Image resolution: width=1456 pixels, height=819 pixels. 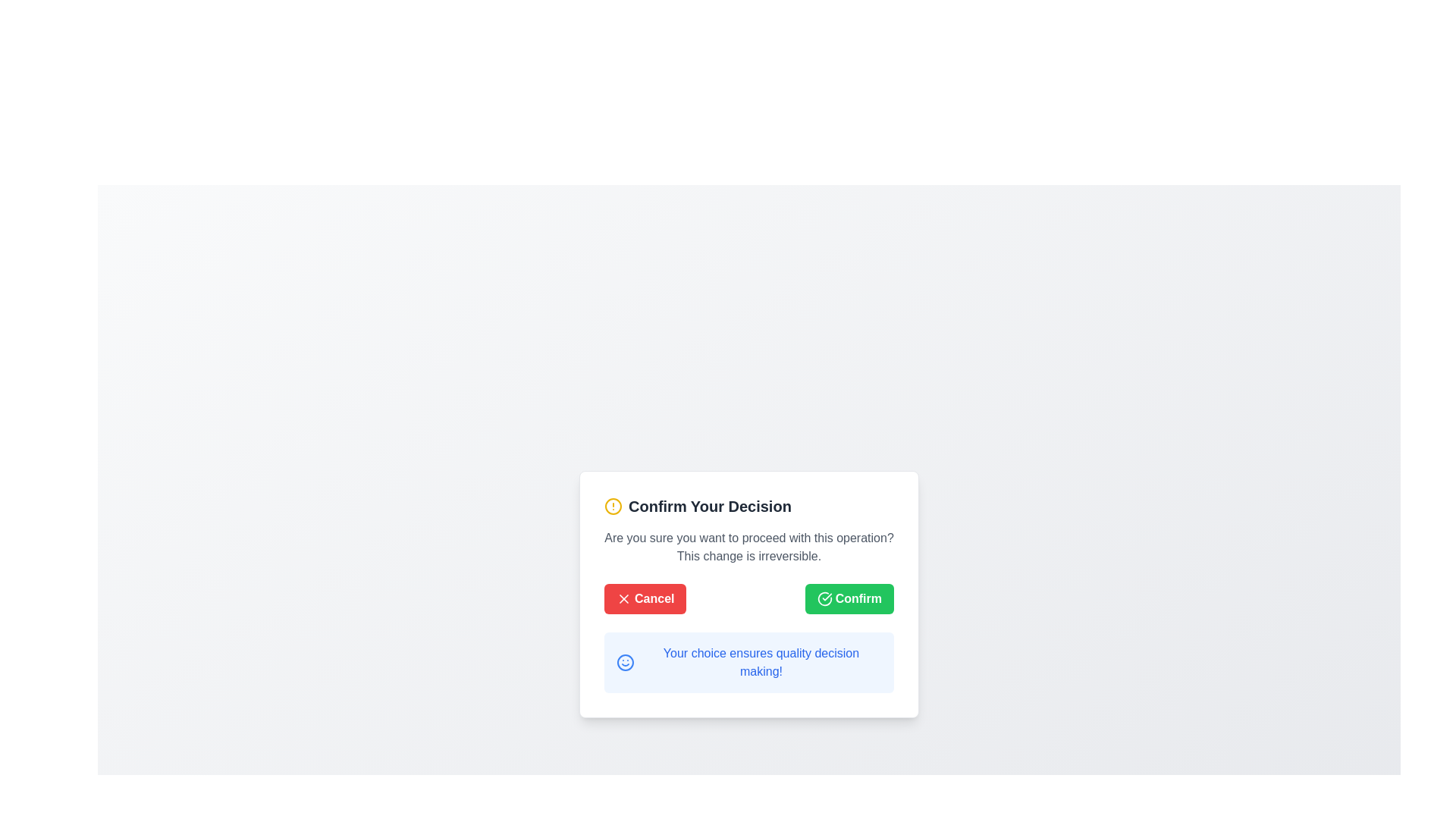 I want to click on the 'Cancel' button on the confirmation modal dialog to abort the operation, so click(x=749, y=593).